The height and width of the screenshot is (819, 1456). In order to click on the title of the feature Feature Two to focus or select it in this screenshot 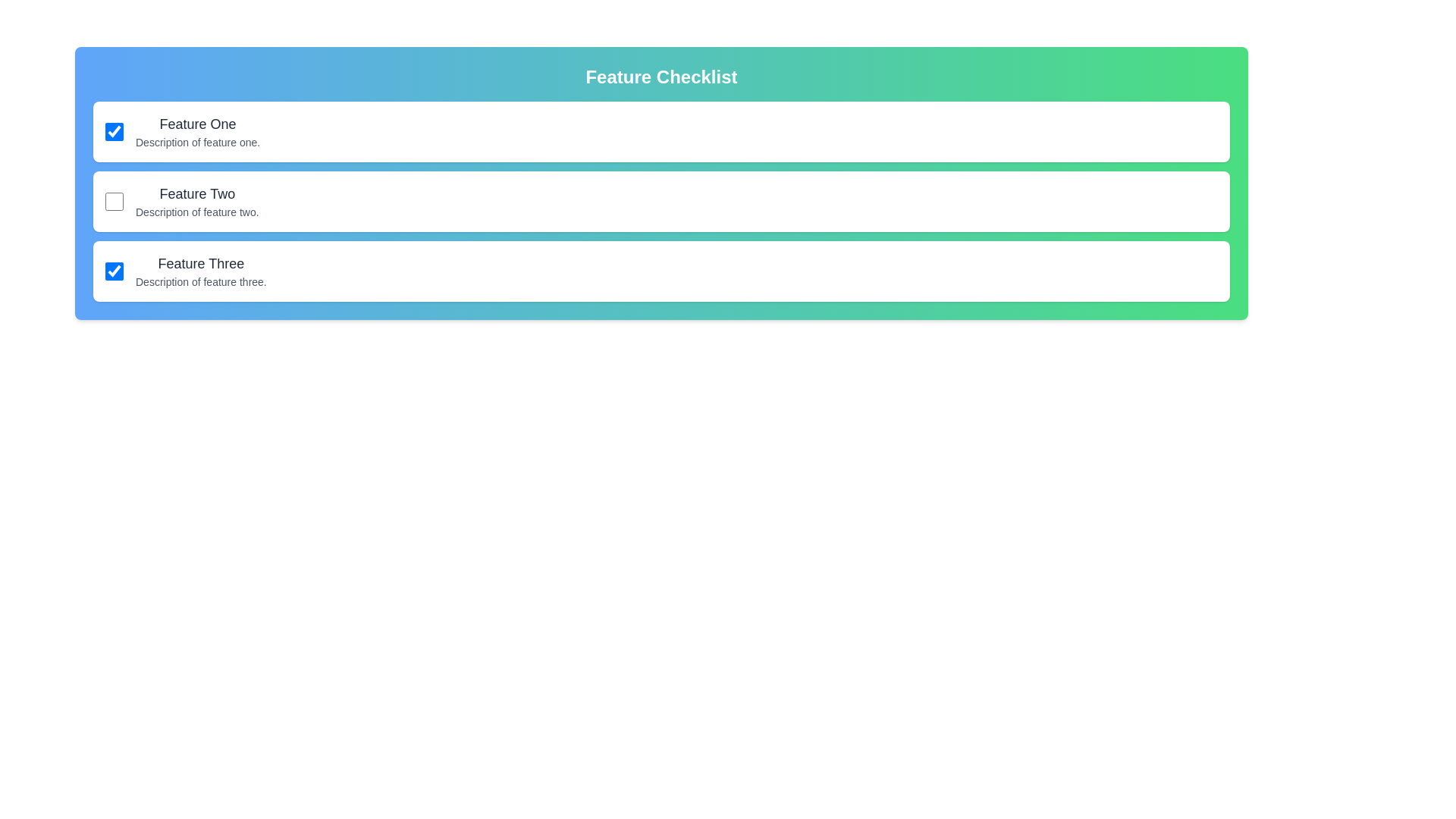, I will do `click(196, 193)`.